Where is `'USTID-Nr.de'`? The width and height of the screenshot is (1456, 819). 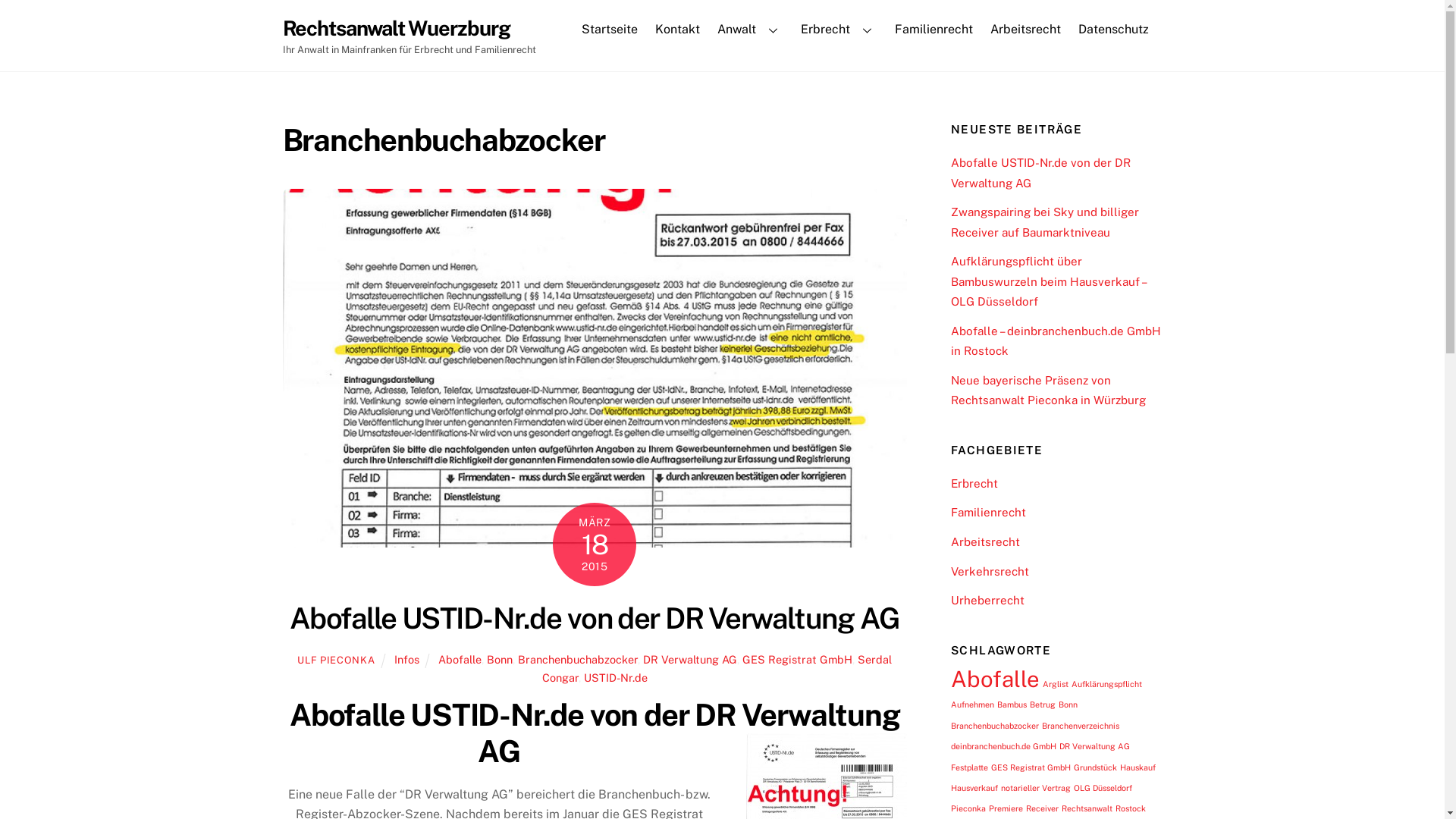 'USTID-Nr.de' is located at coordinates (615, 676).